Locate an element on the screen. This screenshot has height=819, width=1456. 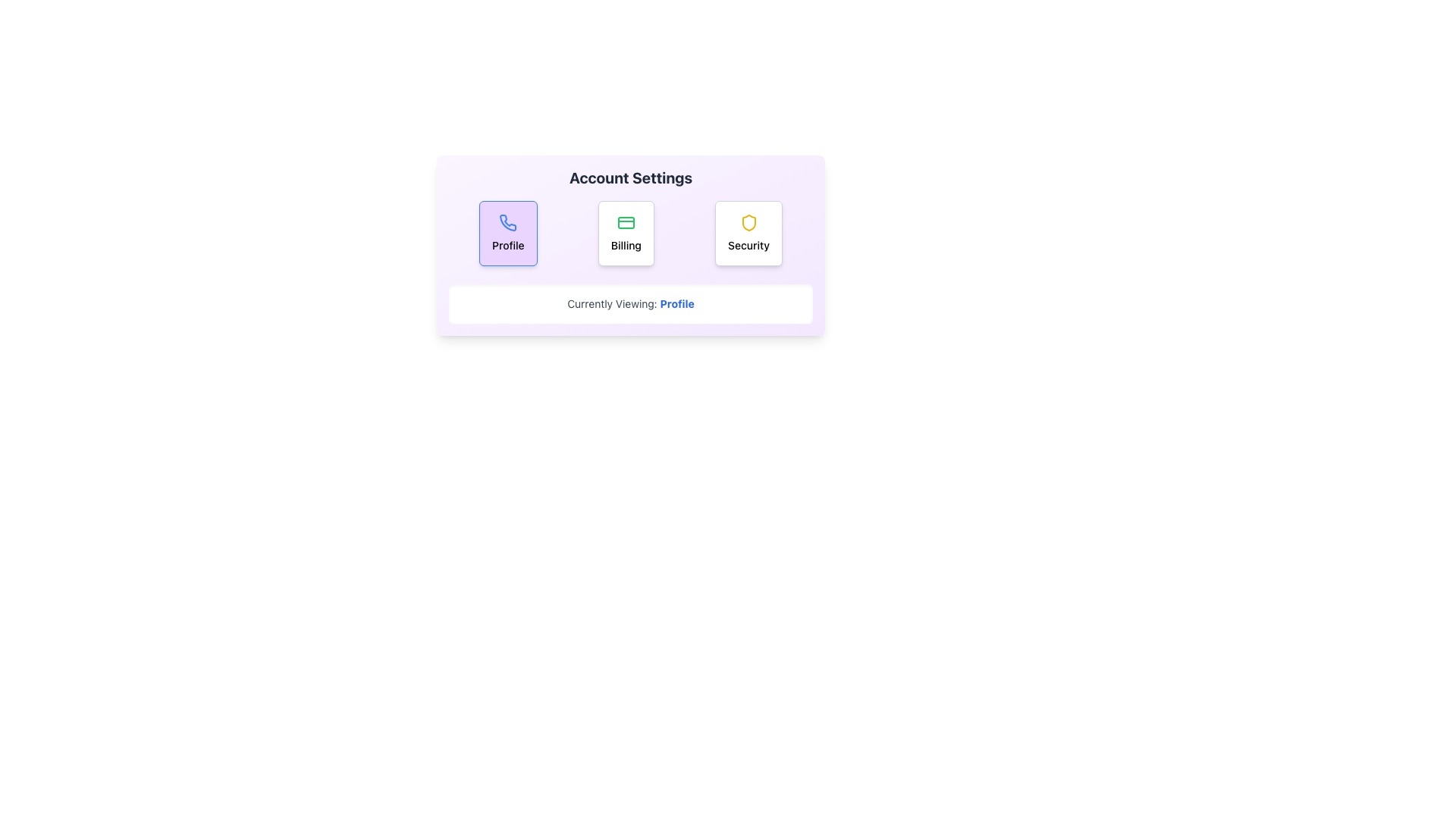
the third button in a row of three components located in the center-right part of the UI is located at coordinates (748, 234).